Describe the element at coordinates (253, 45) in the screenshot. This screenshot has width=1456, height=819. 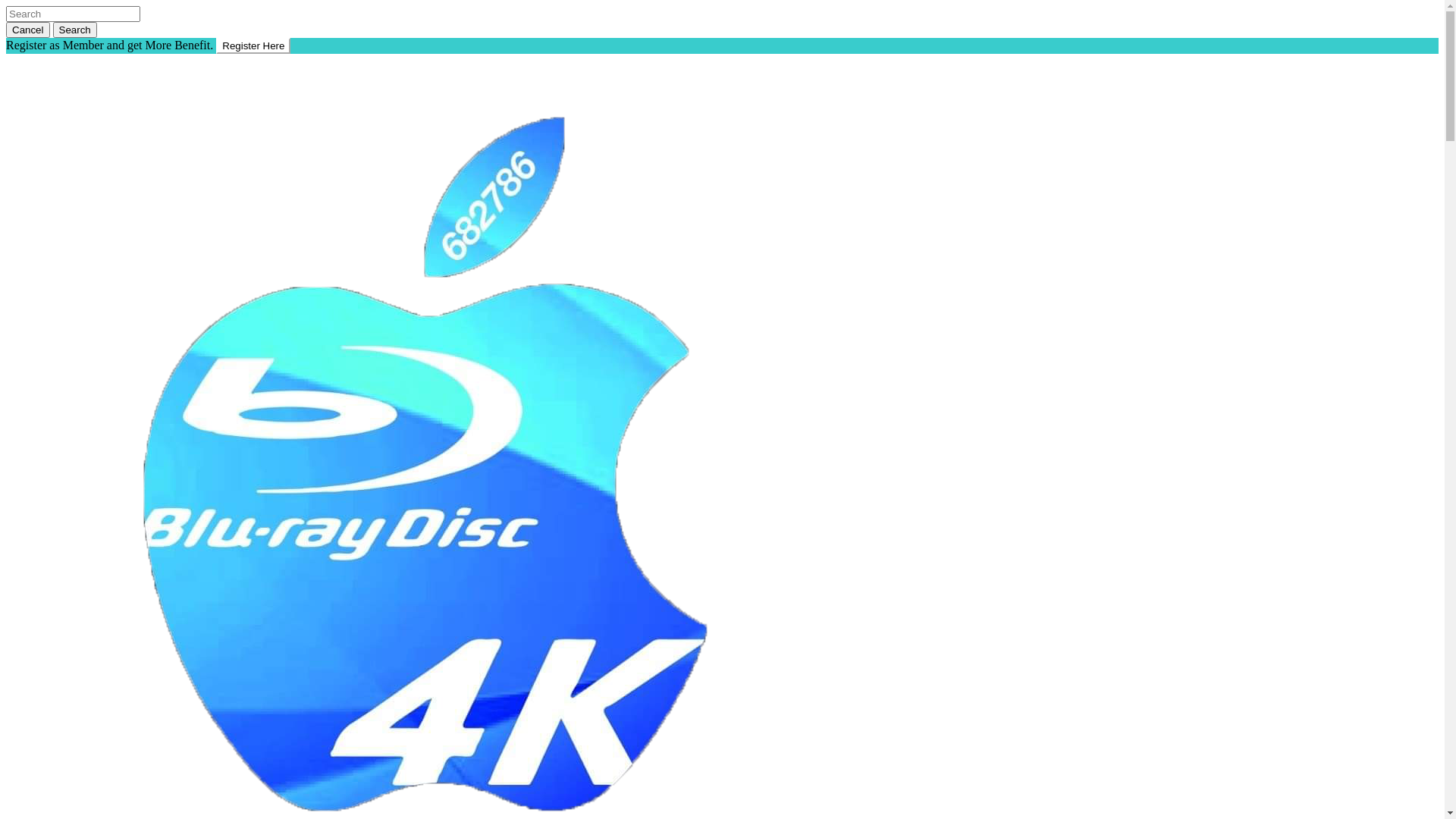
I see `'Register Here'` at that location.